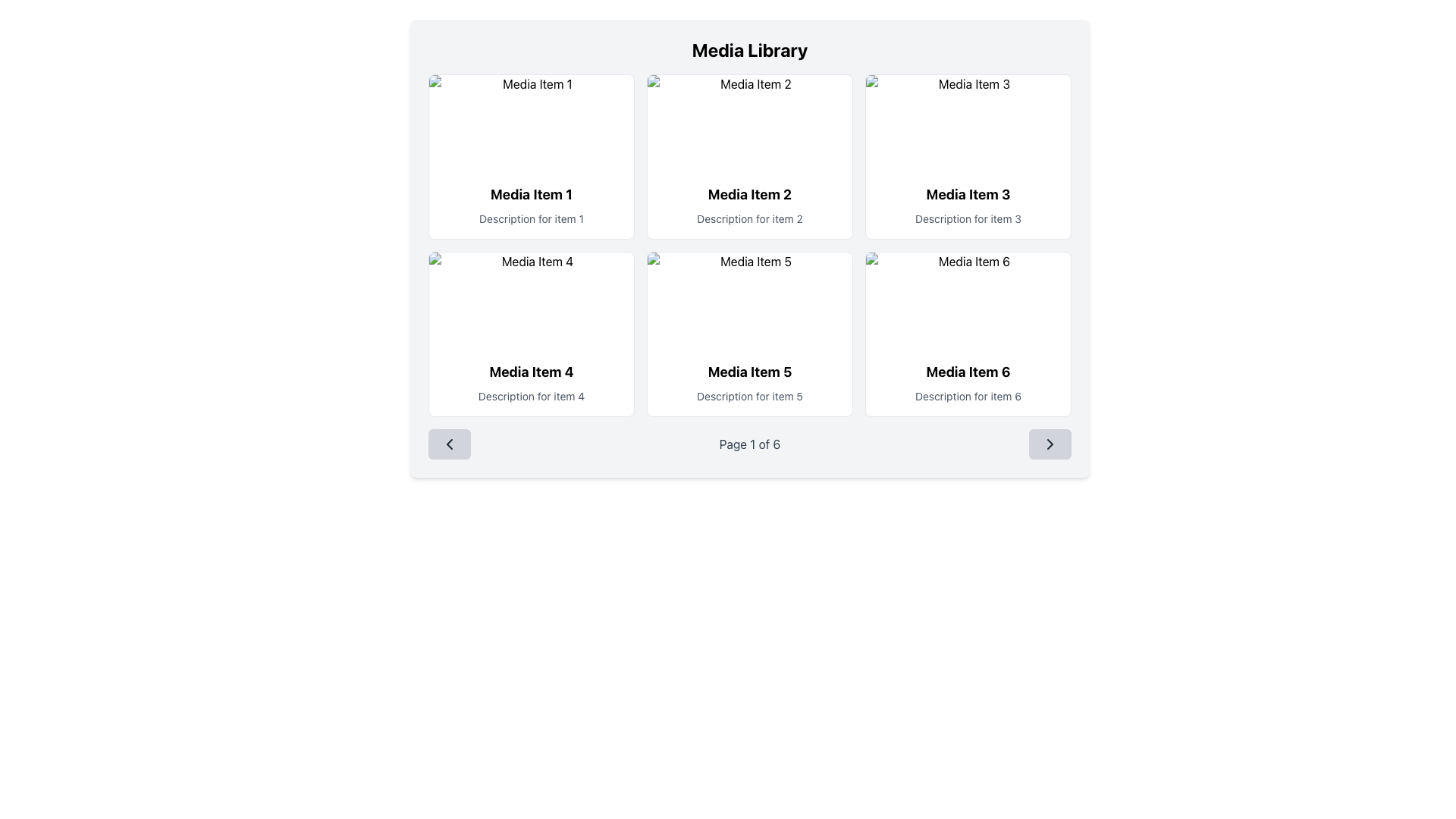 Image resolution: width=1456 pixels, height=819 pixels. What do you see at coordinates (967, 219) in the screenshot?
I see `text element displaying 'Description for item 3', which is styled in gray and located below the title 'Media Item 3' in the 'Media Library' section` at bounding box center [967, 219].